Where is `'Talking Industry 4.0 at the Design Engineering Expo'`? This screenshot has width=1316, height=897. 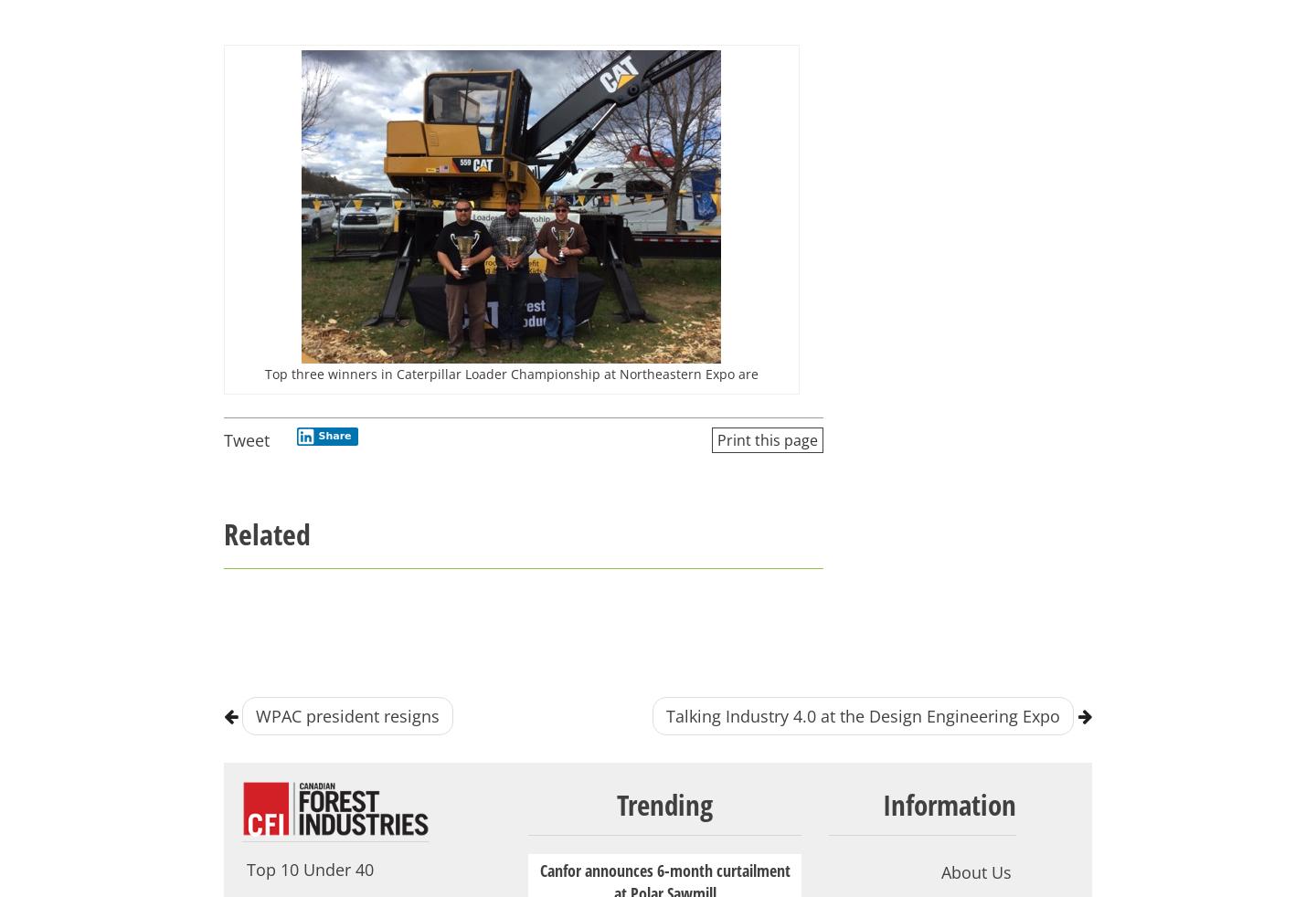 'Talking Industry 4.0 at the Design Engineering Expo' is located at coordinates (863, 715).